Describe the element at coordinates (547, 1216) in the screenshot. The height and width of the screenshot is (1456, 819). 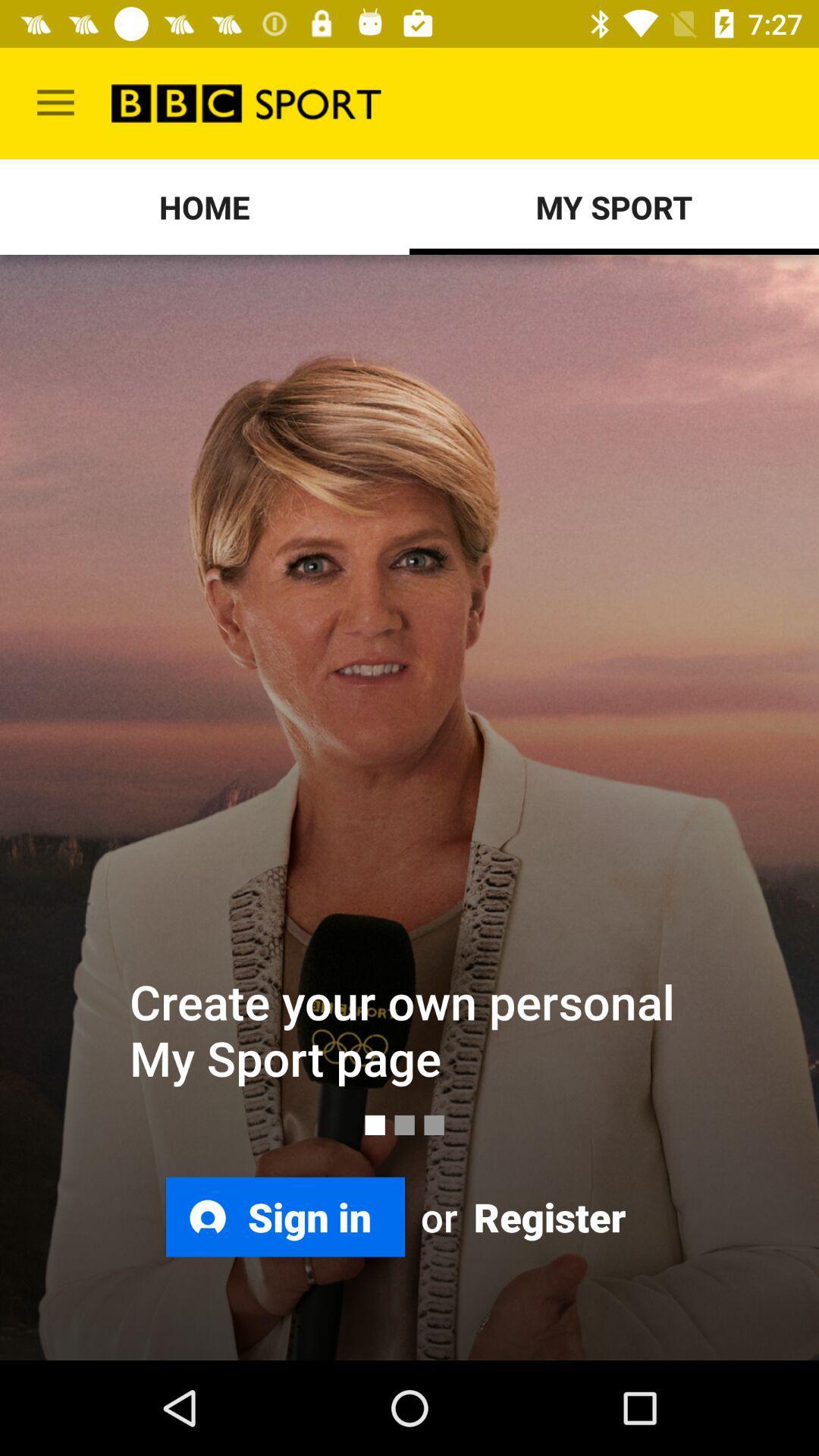
I see `icon next to or item` at that location.